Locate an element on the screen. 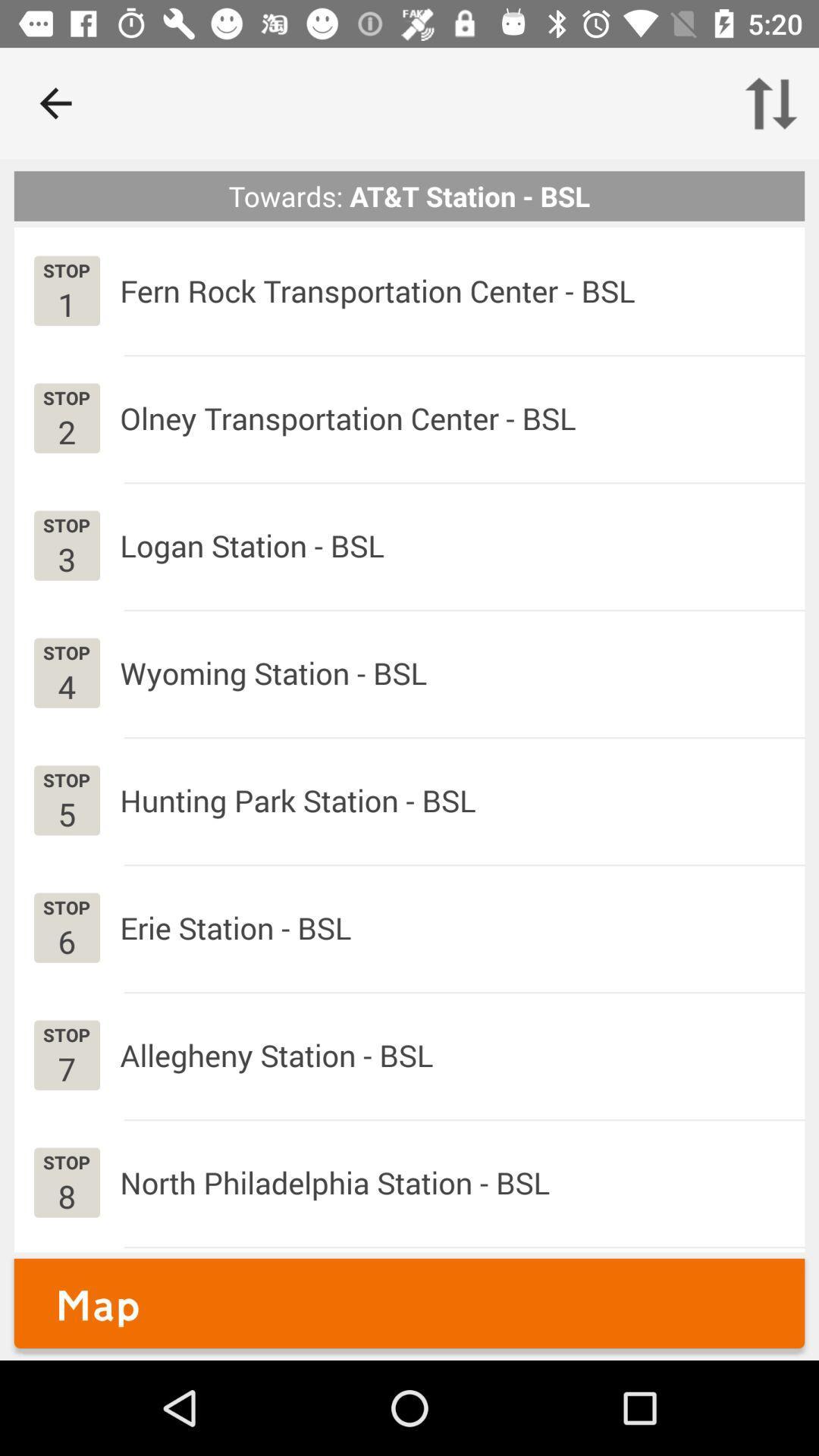 The height and width of the screenshot is (1456, 819). the icon to the left of the north philadelphia station app is located at coordinates (66, 1195).